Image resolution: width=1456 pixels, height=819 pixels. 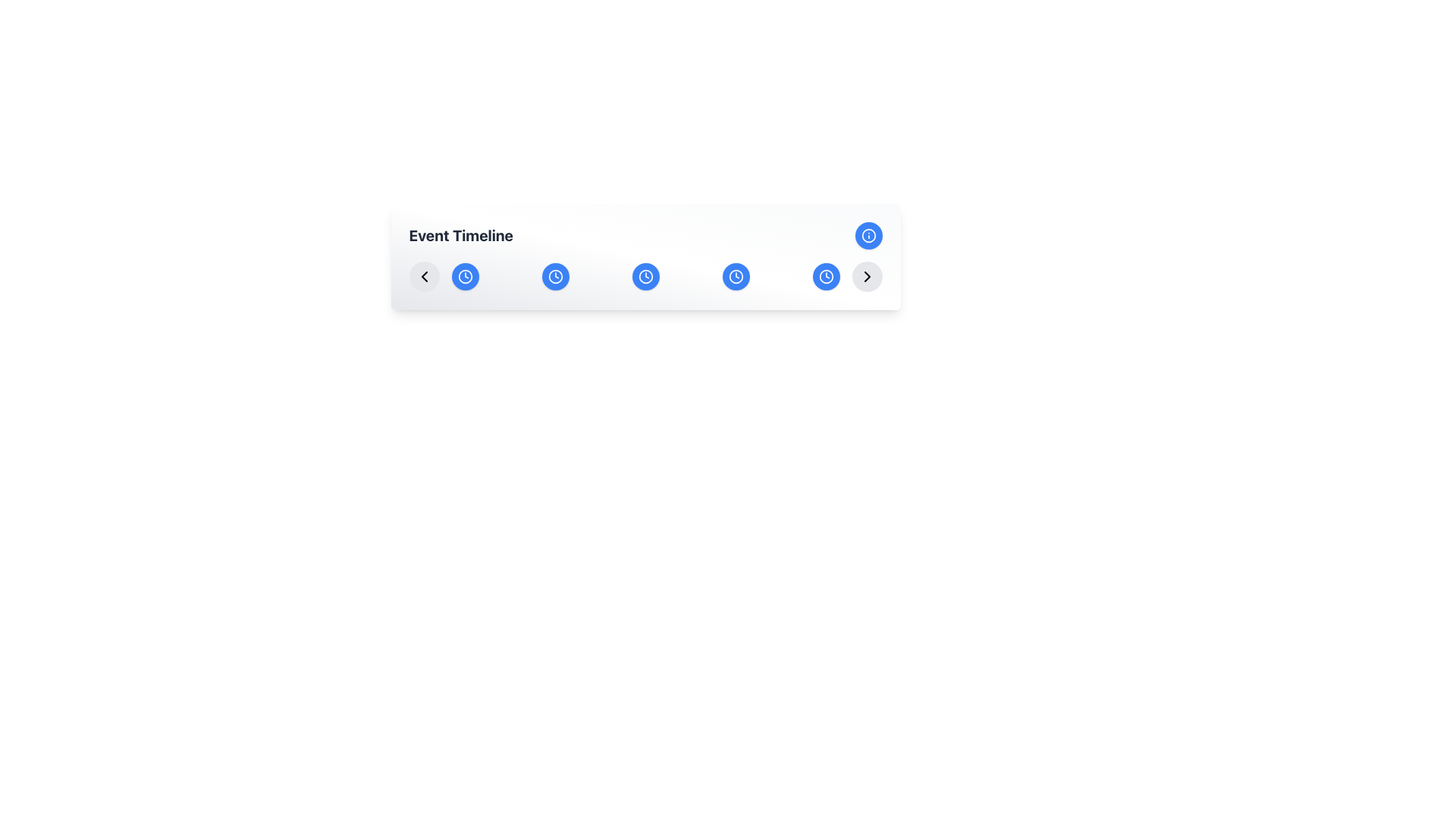 I want to click on the decorative information icon located, so click(x=868, y=236).